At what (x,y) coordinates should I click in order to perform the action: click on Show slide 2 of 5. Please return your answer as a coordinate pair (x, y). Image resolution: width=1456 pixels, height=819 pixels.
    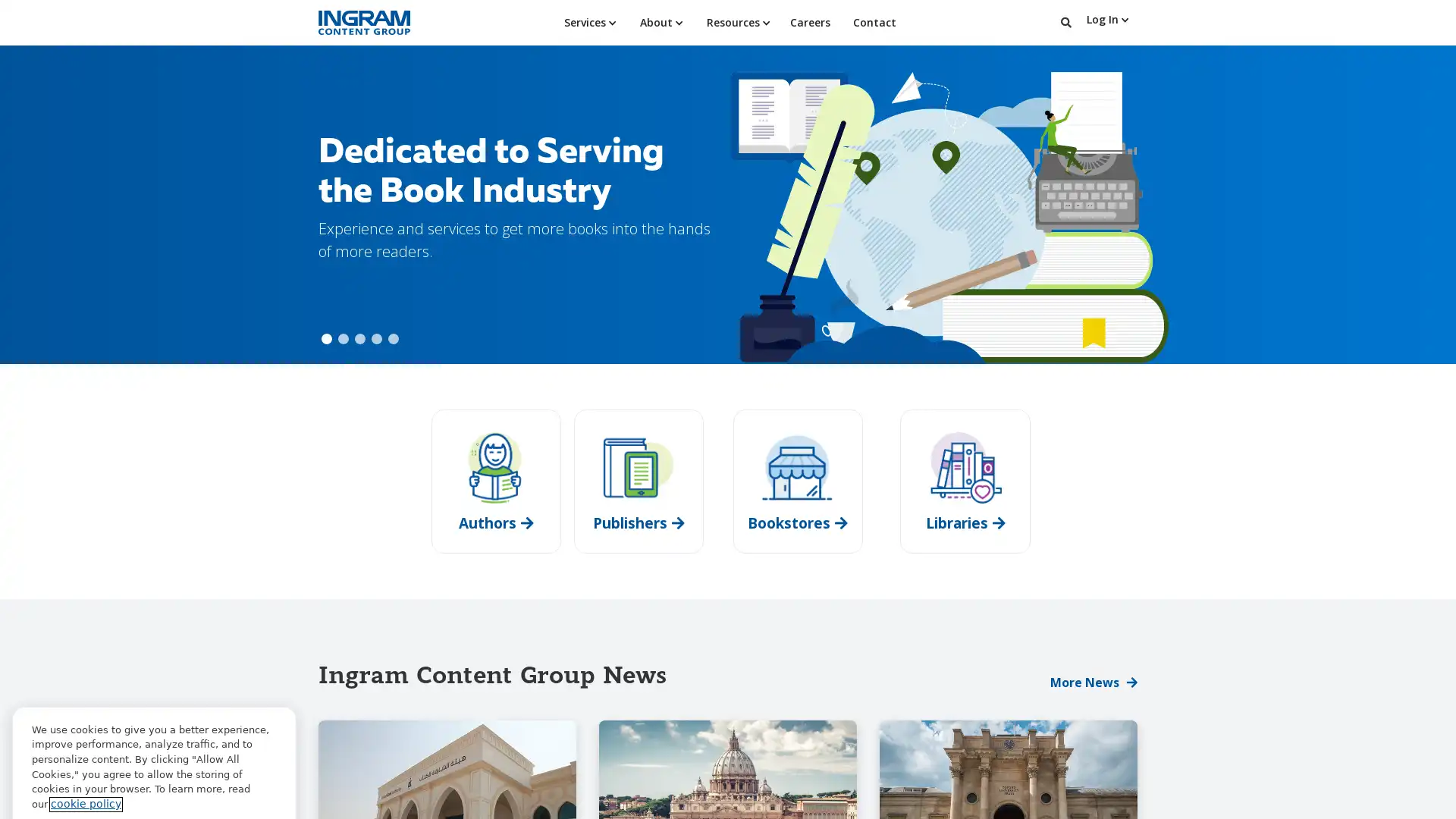
    Looking at the image, I should click on (342, 337).